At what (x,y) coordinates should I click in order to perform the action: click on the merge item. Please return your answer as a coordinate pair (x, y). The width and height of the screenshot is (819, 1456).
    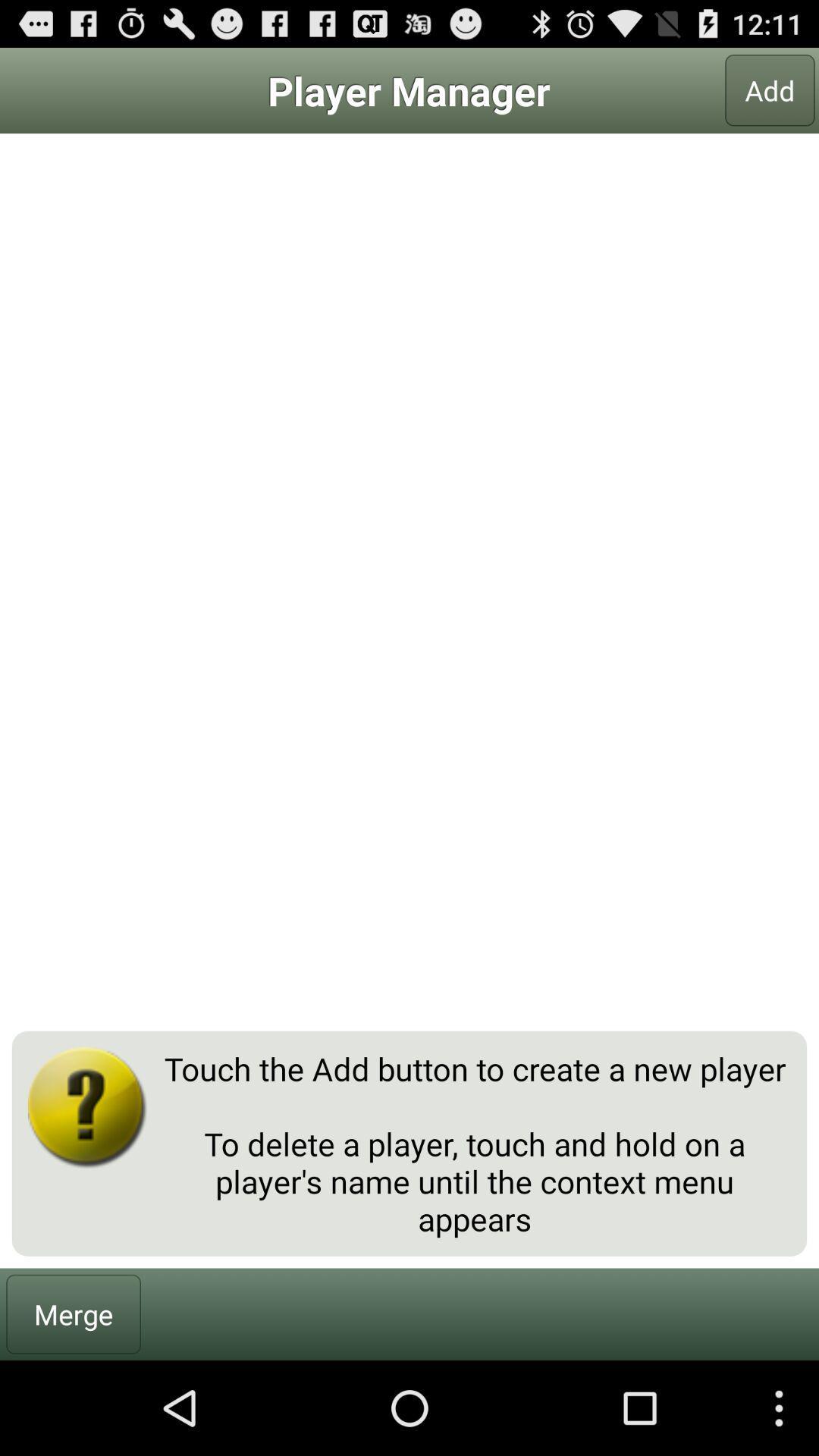
    Looking at the image, I should click on (74, 1313).